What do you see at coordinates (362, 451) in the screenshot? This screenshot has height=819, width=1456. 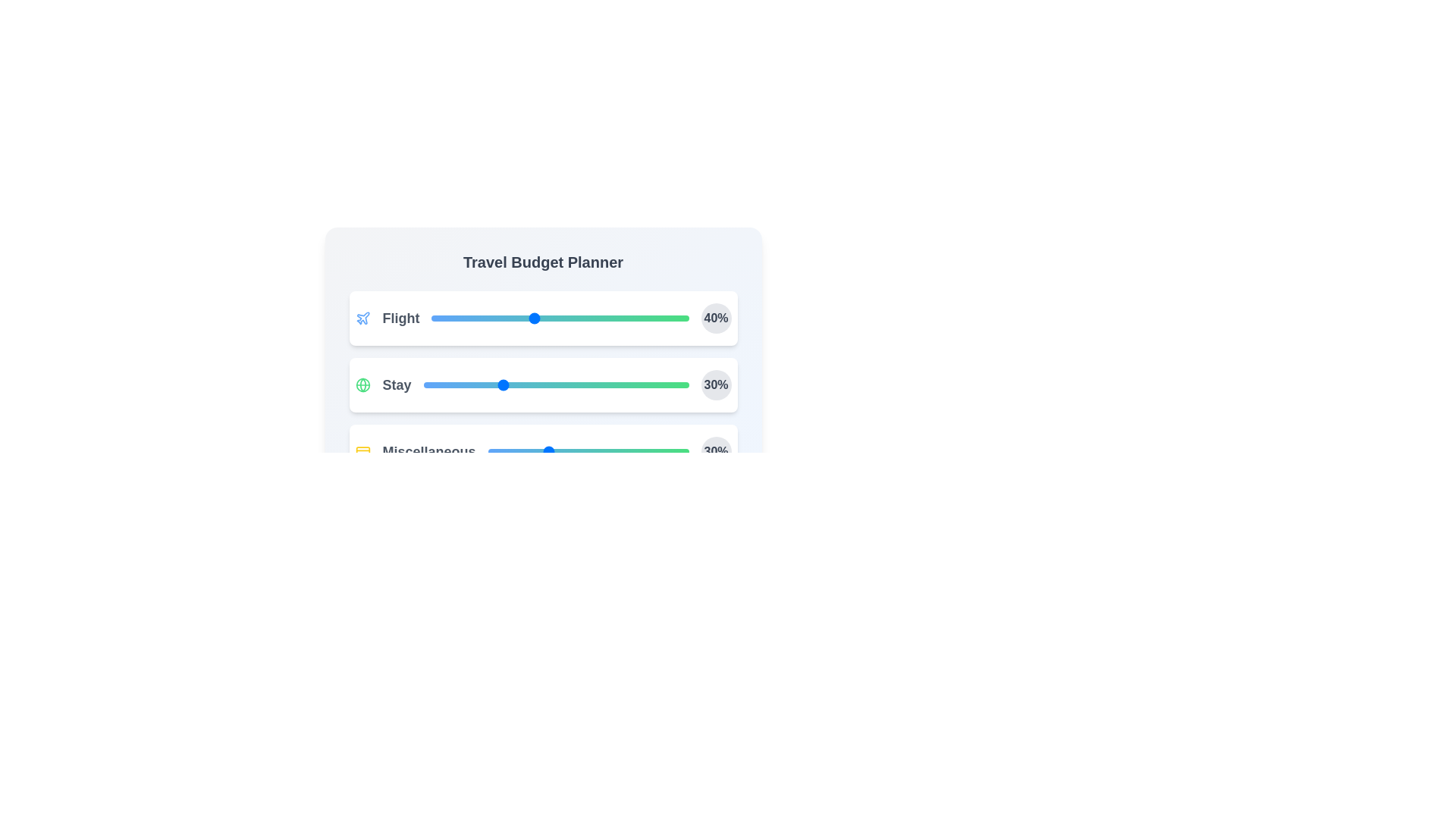 I see `the icon next to the category name Miscellaneous` at bounding box center [362, 451].